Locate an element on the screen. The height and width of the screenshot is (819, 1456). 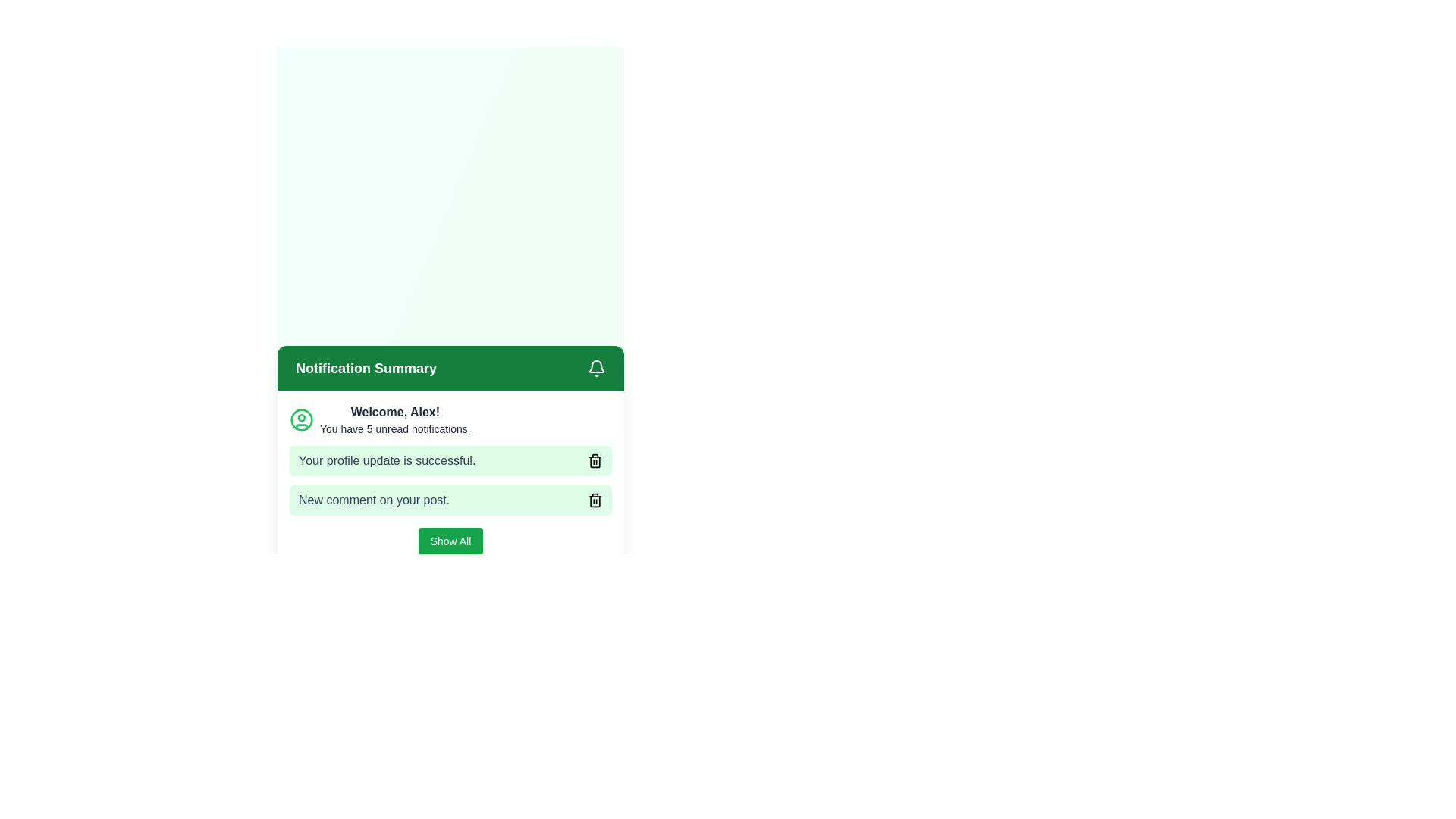
the Text information area that displays a greeting message 'Welcome, Alex!' and a notification summary about unread notifications is located at coordinates (395, 420).